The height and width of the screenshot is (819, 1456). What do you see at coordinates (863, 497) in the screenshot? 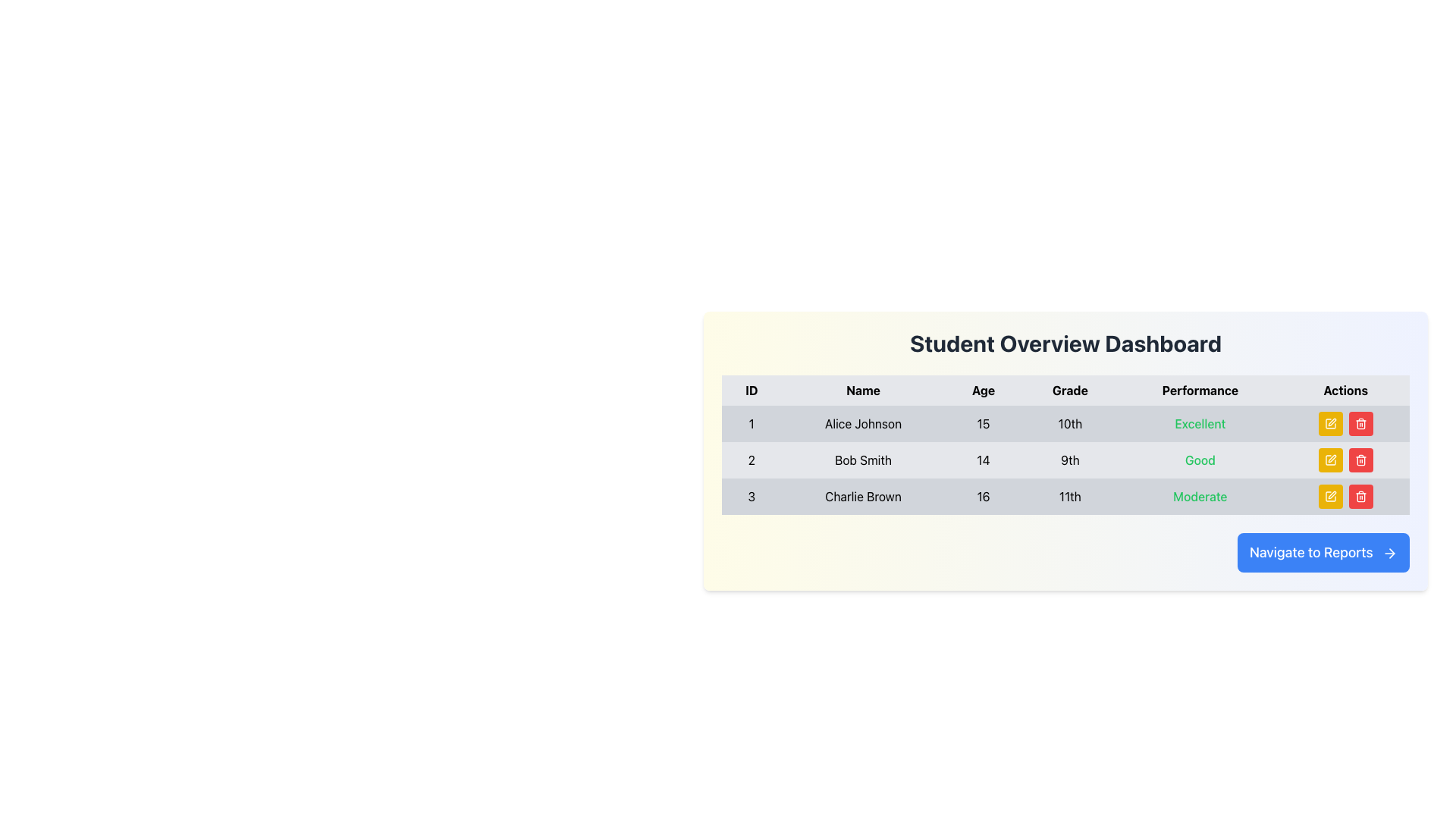
I see `the text label element displaying 'Charlie Brown' in the 'Student Overview Dashboard' table, located under the 'Name' column for student ID '3'` at bounding box center [863, 497].